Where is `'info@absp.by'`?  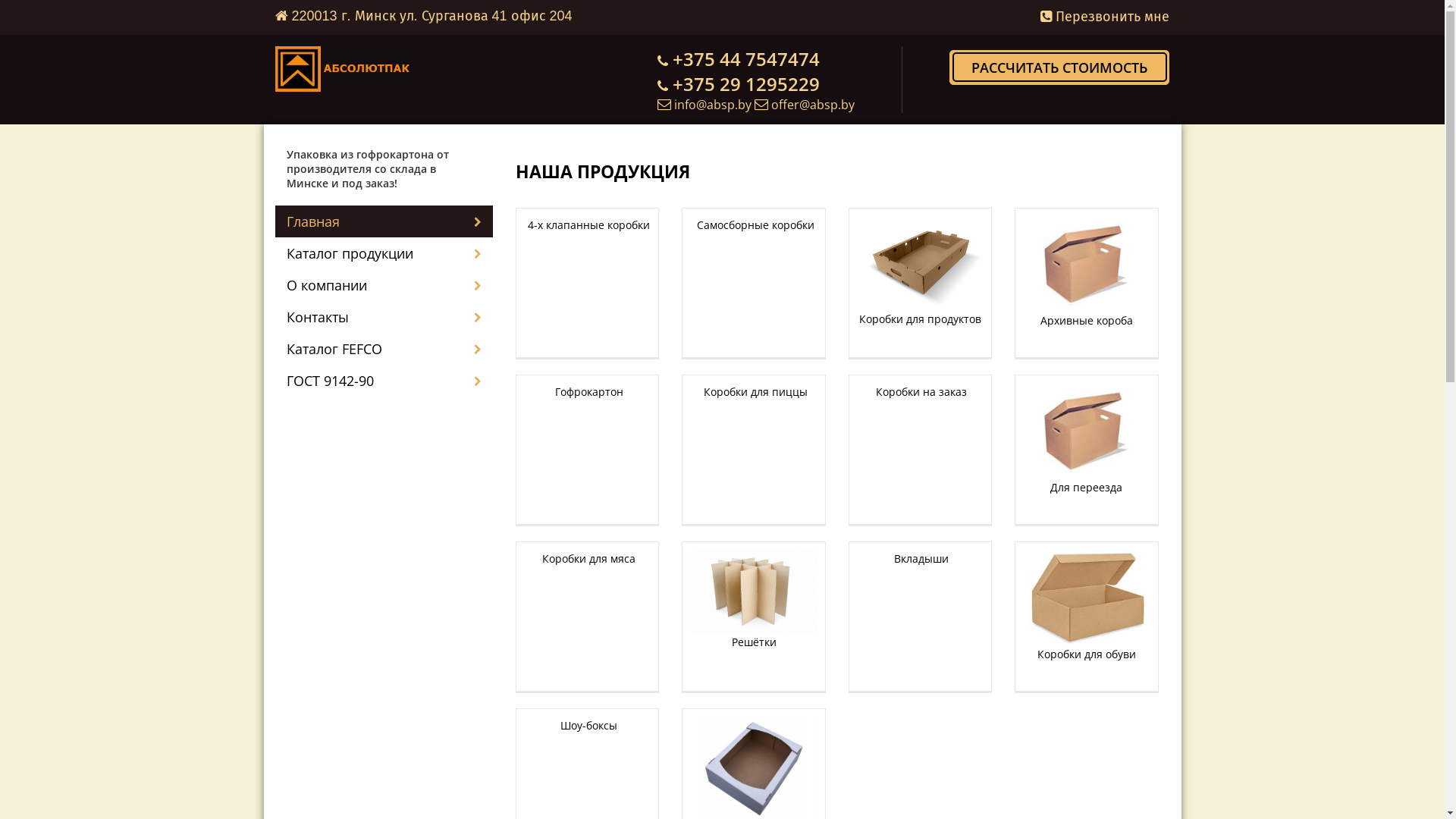 'info@absp.by' is located at coordinates (712, 104).